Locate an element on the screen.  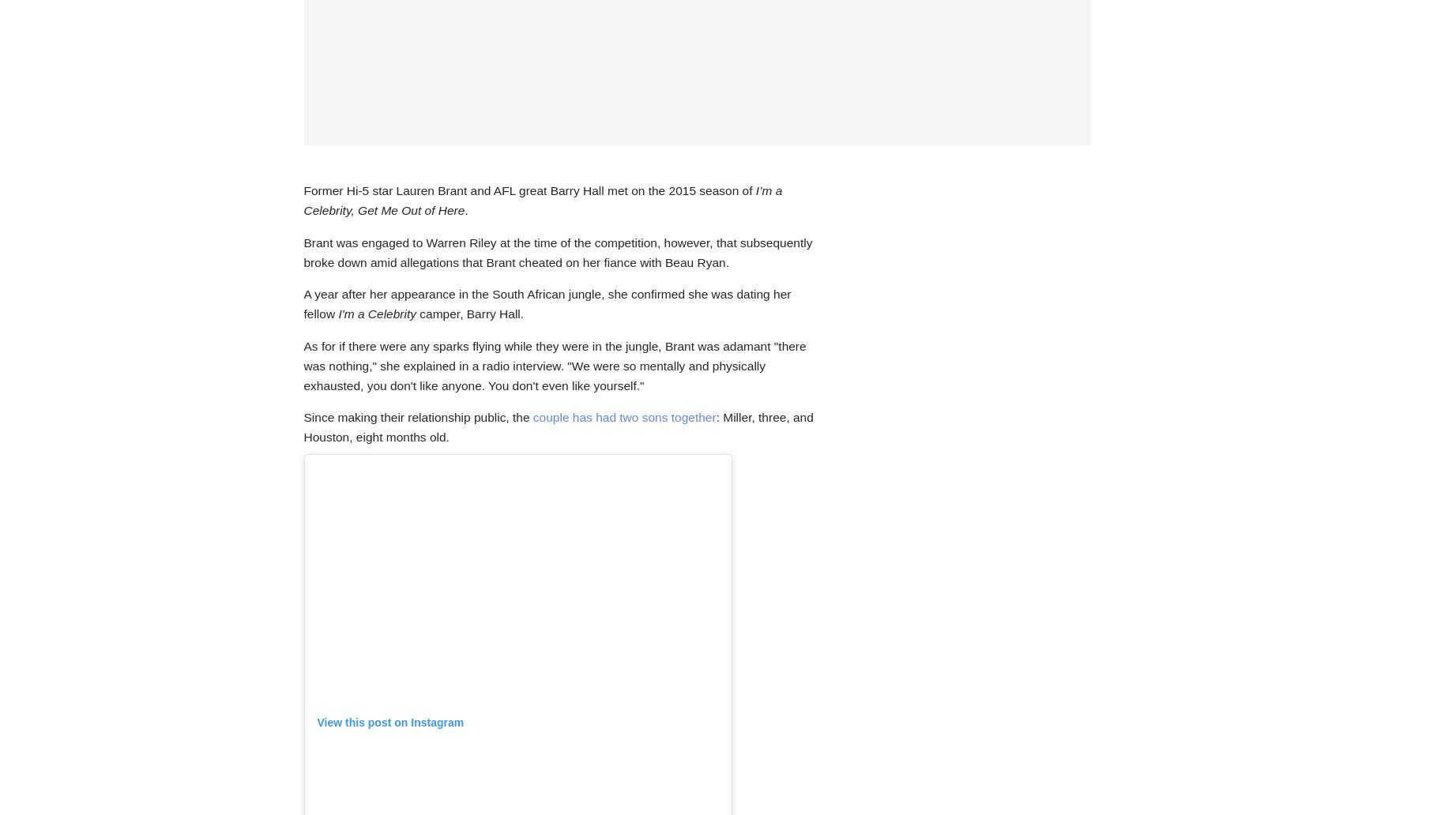
'Brant was engaged to Warren Riley at the time of the competition, however, that subsequently broke down amid allegations that Brant cheated on her fiance with Beau Ryan.' is located at coordinates (557, 251).